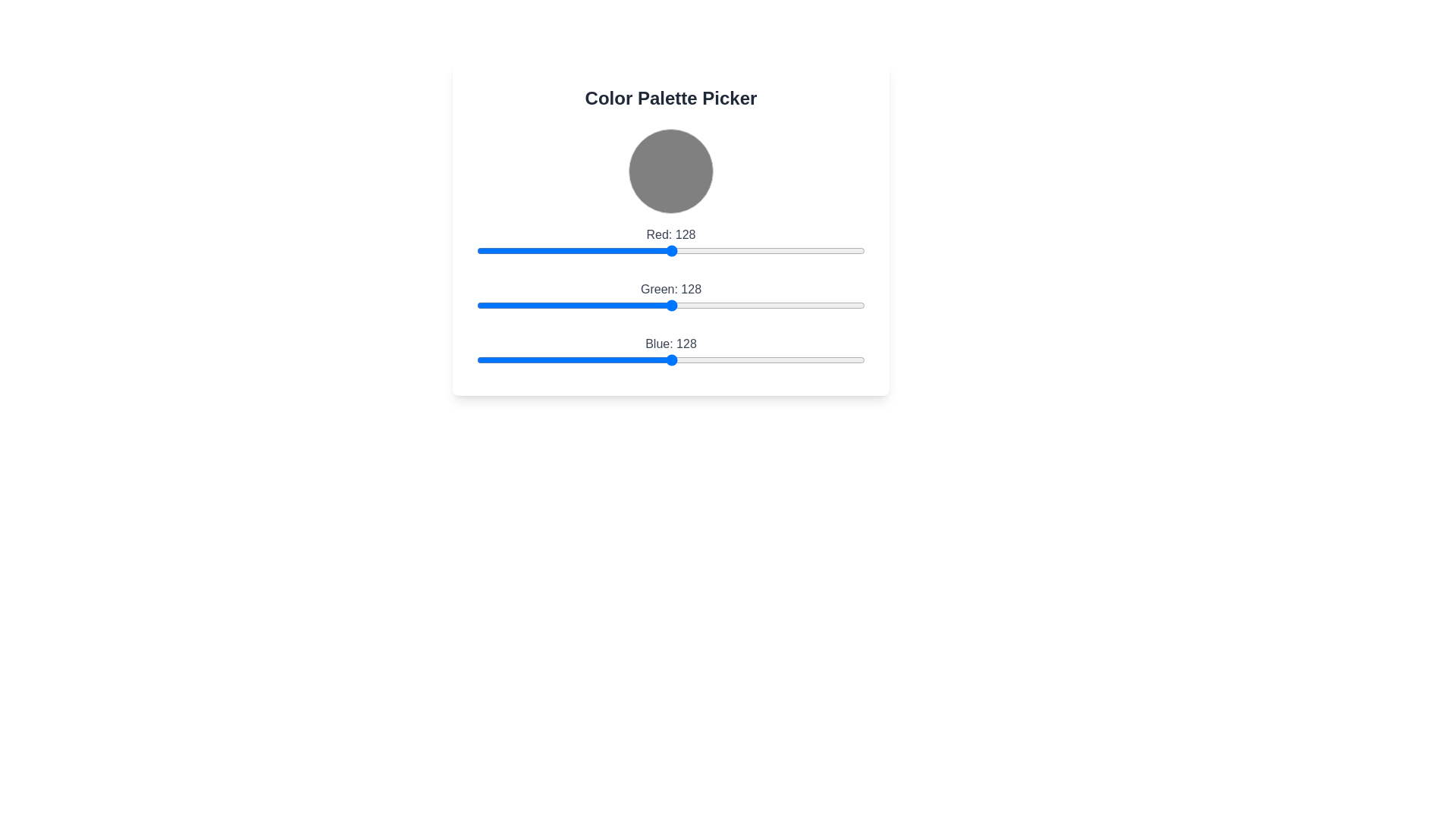  I want to click on the green color value, so click(751, 305).